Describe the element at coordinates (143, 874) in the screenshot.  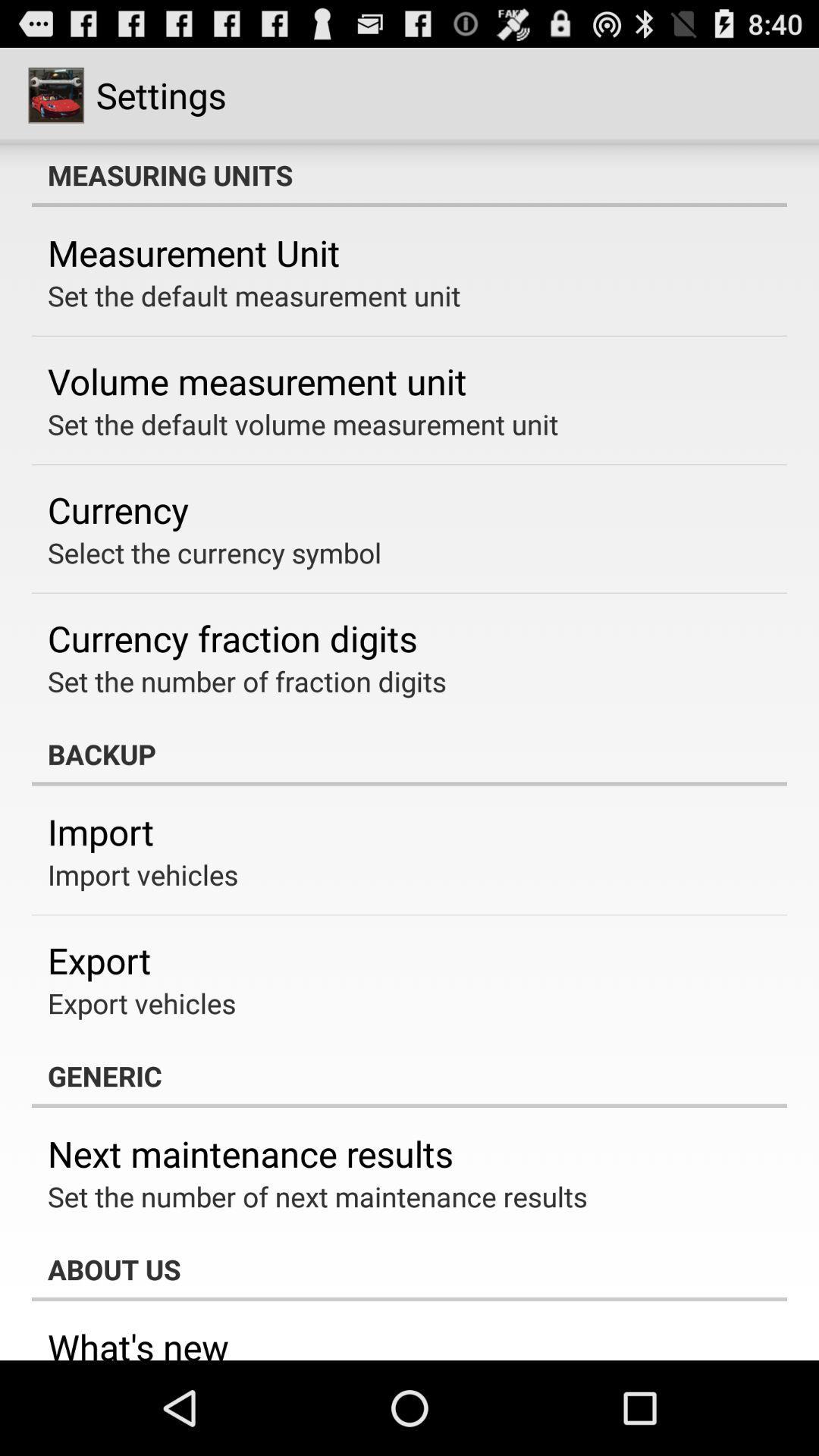
I see `app below import app` at that location.